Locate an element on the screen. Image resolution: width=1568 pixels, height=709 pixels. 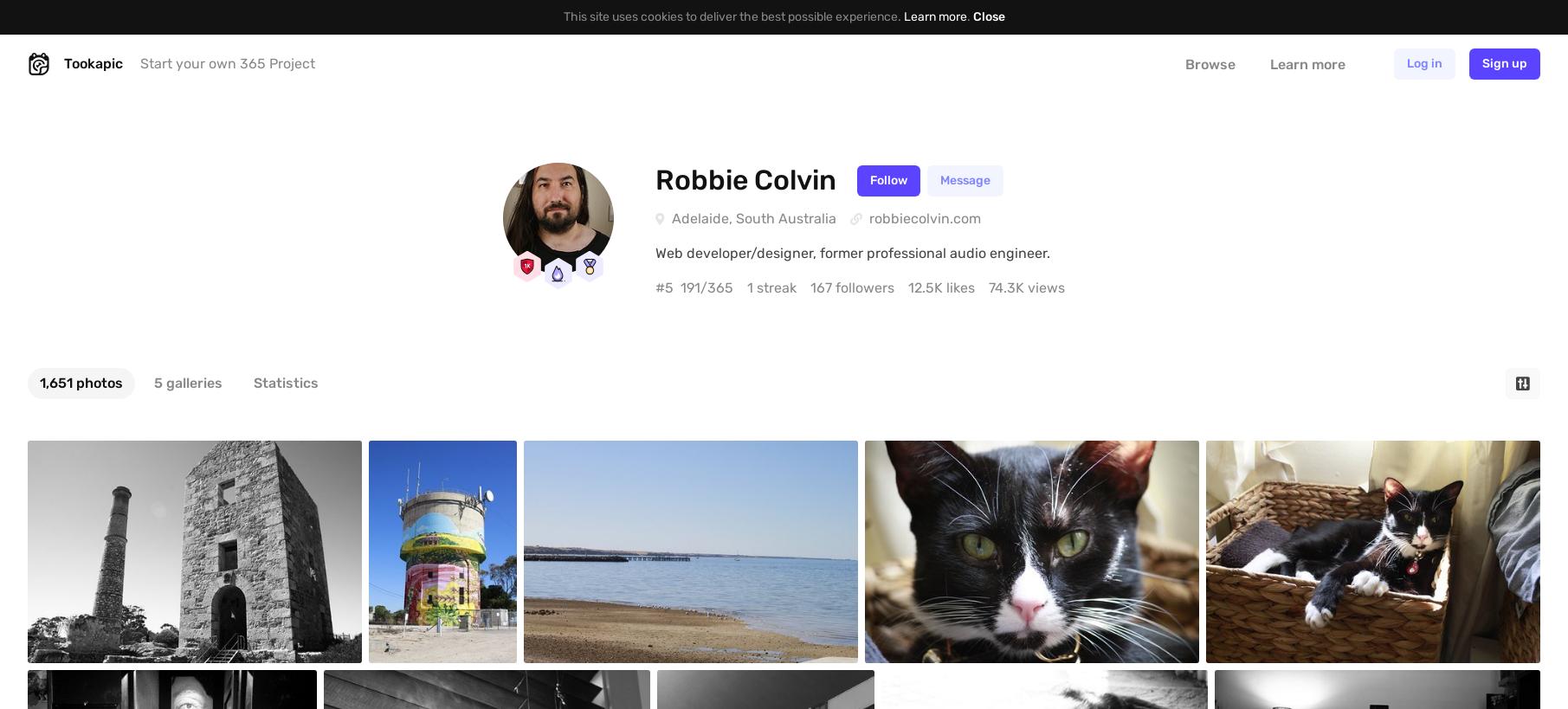
'#1,645' is located at coordinates (345, 696).